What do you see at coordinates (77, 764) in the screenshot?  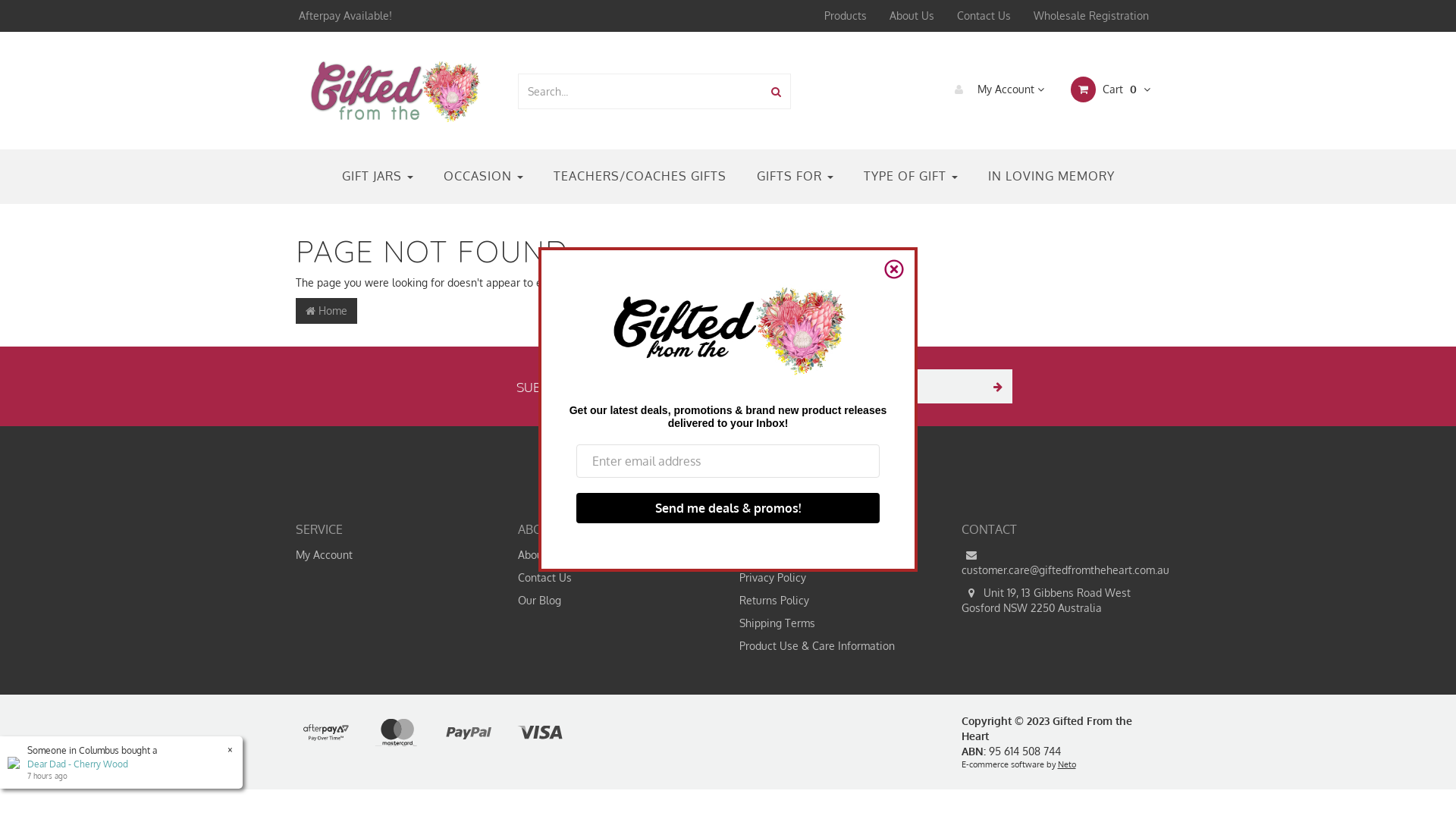 I see `'Dear Dad - Cherry Wood'` at bounding box center [77, 764].